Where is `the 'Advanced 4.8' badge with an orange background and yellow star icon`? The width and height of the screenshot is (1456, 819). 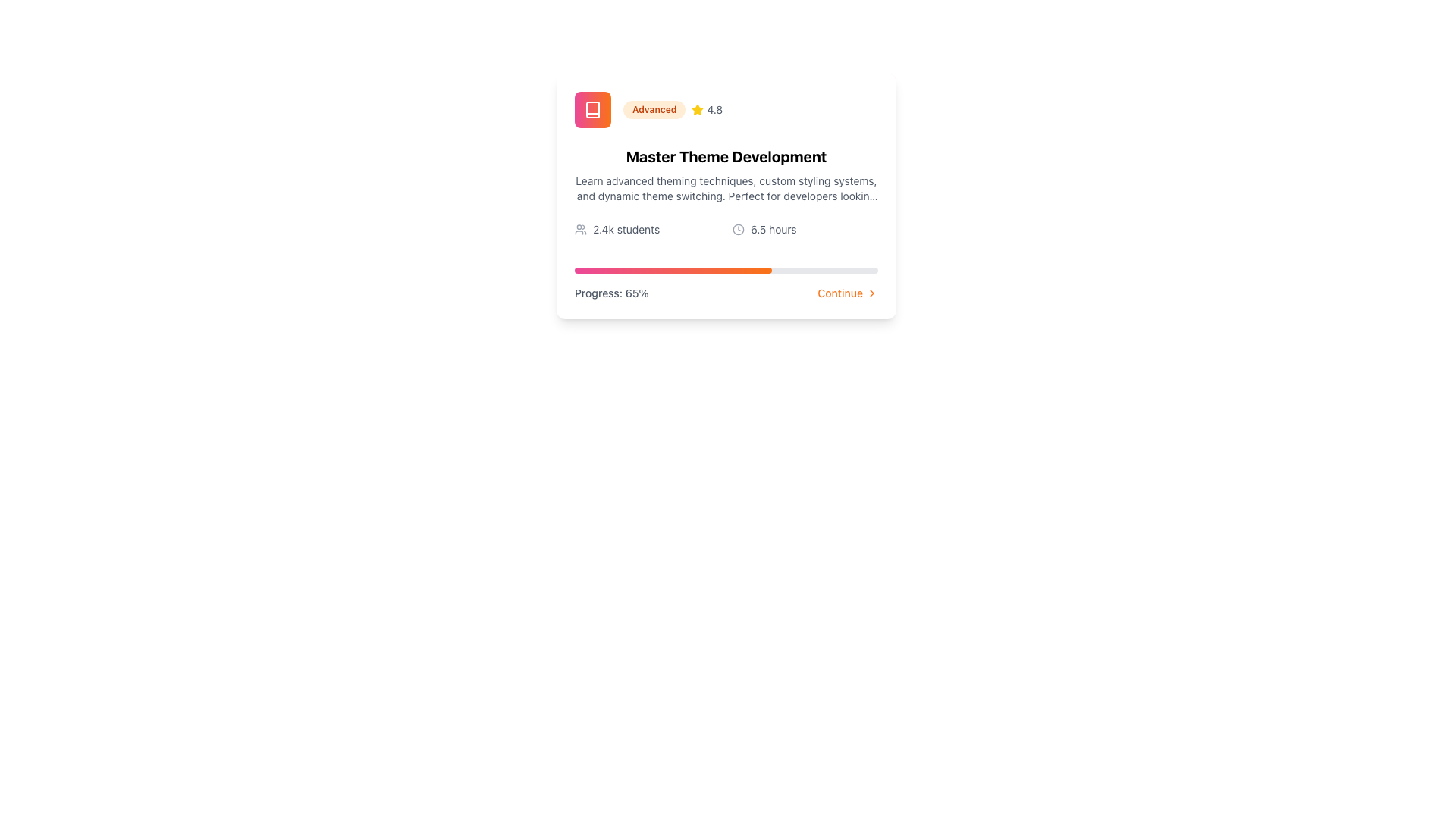
the 'Advanced 4.8' badge with an orange background and yellow star icon is located at coordinates (672, 109).